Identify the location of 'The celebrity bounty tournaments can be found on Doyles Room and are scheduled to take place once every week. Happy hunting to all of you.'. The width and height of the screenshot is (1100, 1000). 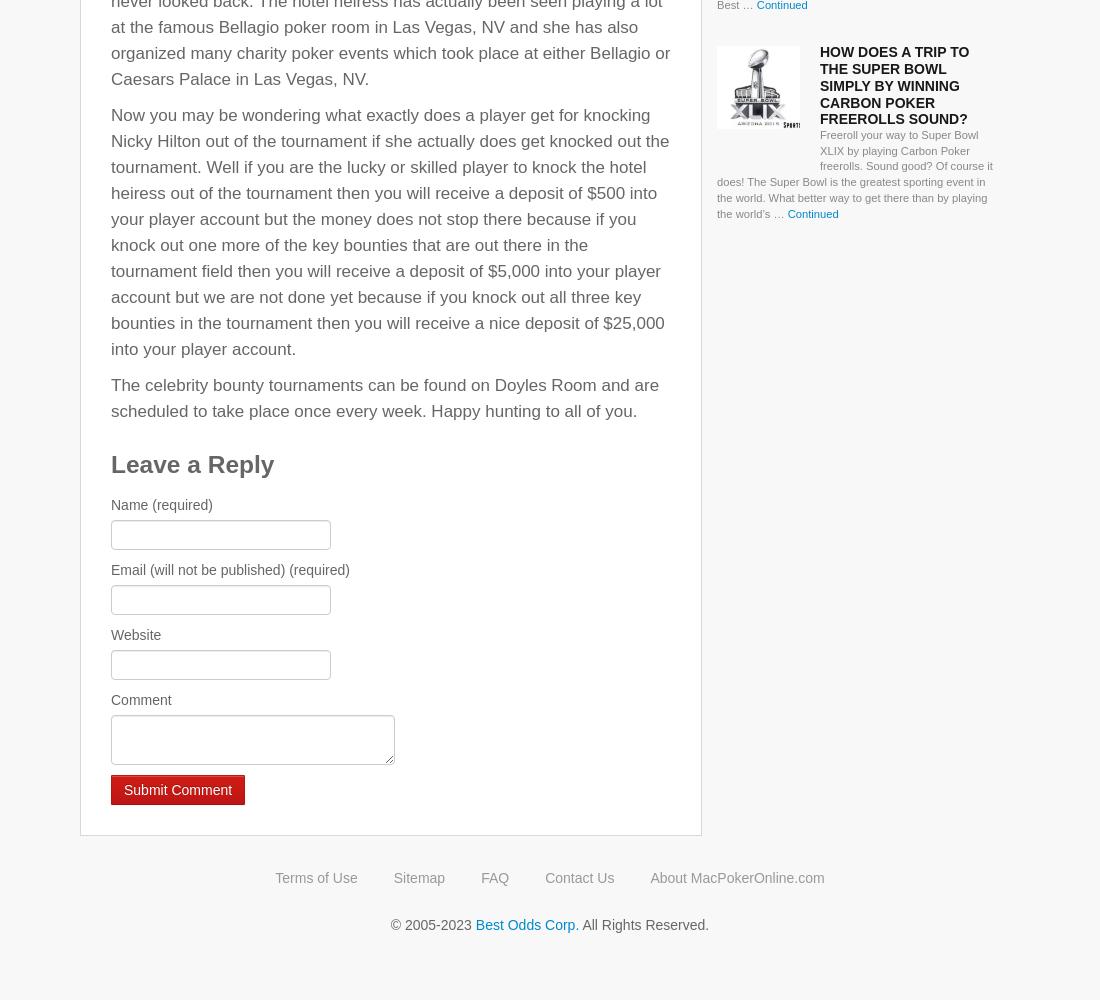
(385, 397).